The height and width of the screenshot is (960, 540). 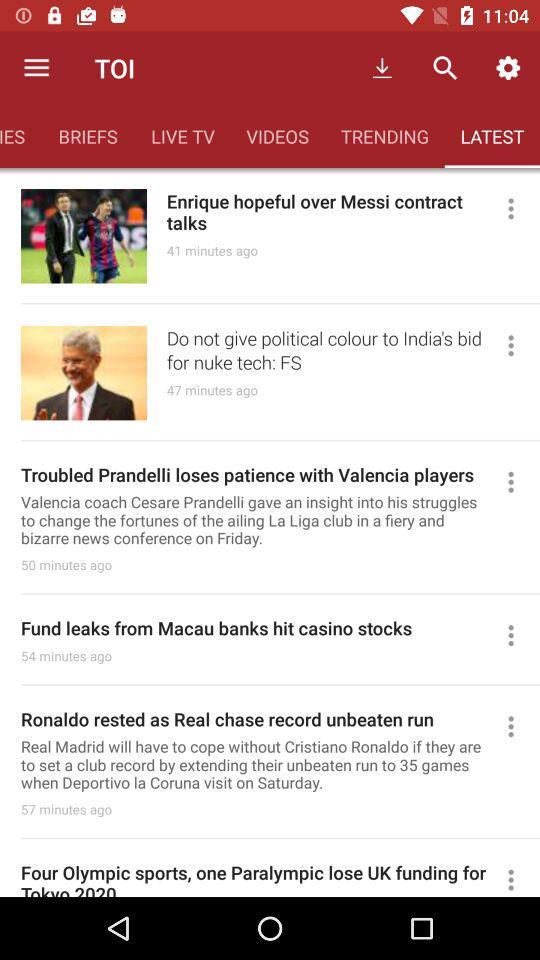 I want to click on open article options, so click(x=519, y=877).